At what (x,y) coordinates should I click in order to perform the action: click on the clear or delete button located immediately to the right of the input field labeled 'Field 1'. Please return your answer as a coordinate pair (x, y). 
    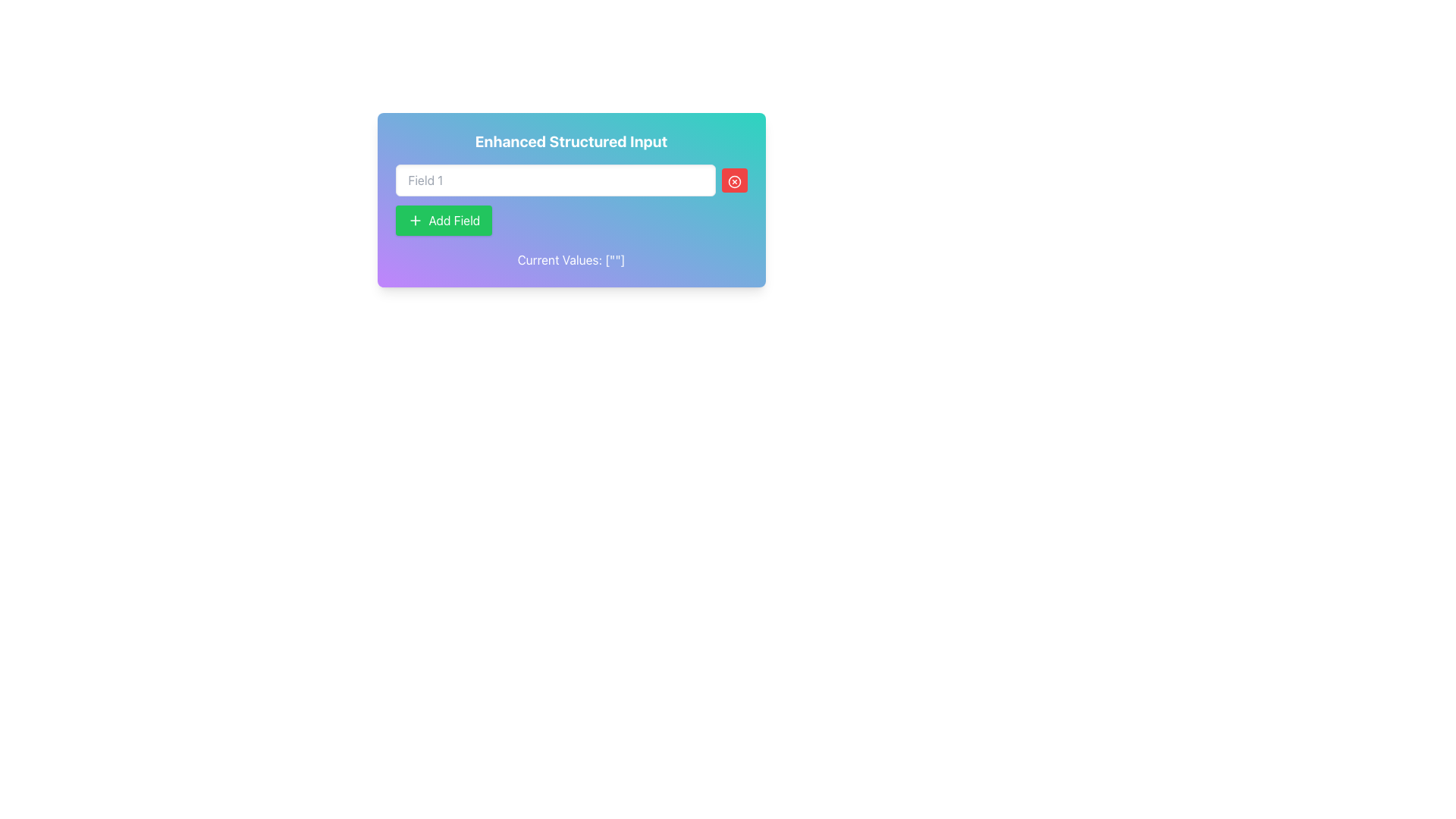
    Looking at the image, I should click on (734, 180).